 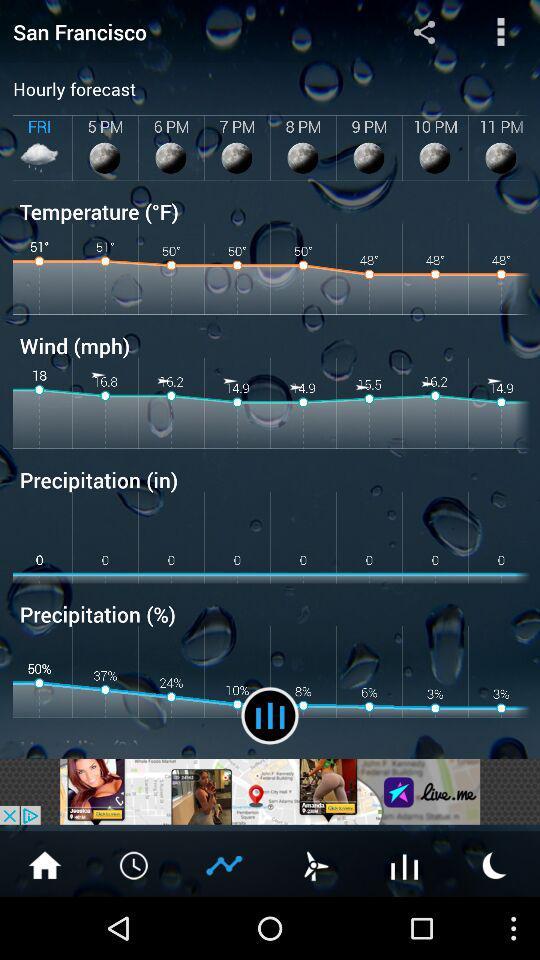 What do you see at coordinates (270, 765) in the screenshot?
I see `the pause icon` at bounding box center [270, 765].